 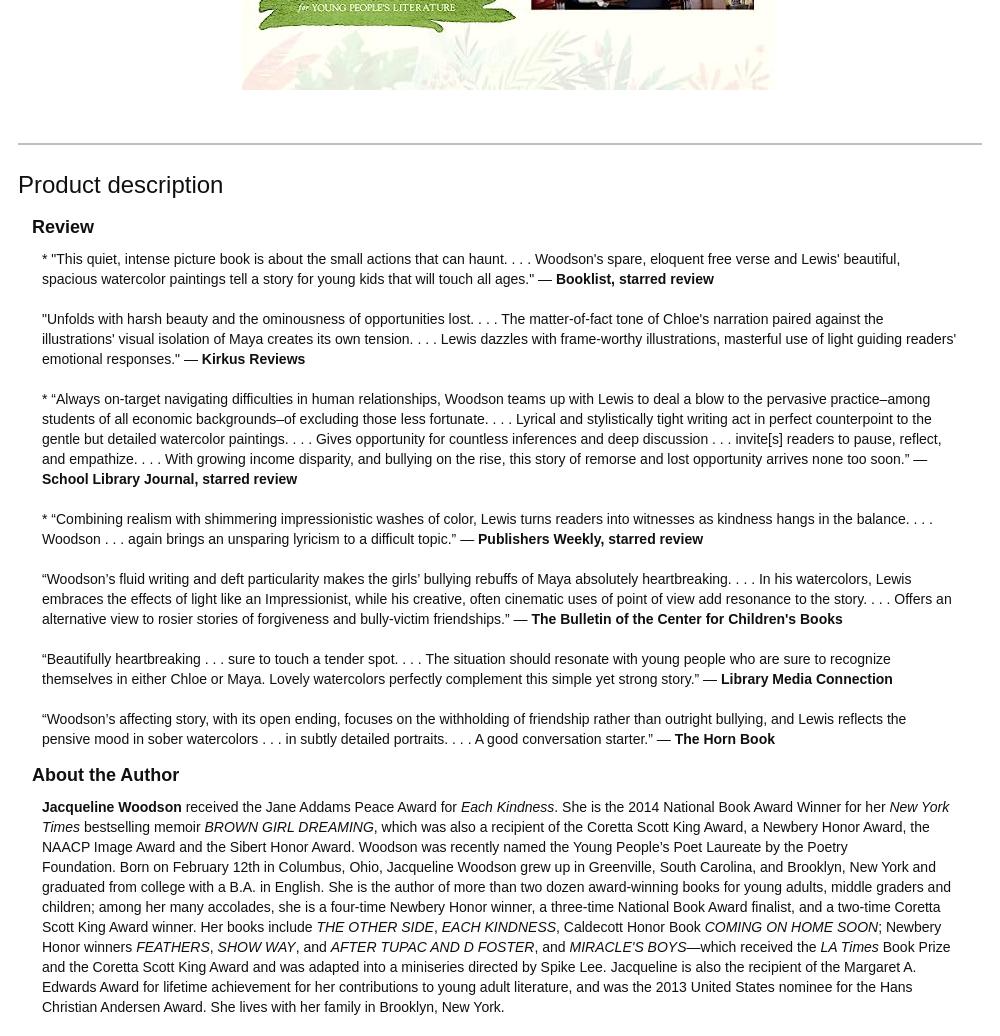 I want to click on '* “Combining realism with shimmering impressionistic washes of color, Lewis turns readers into witnesses as kindness hangs in the balance. . . . Woodson . . . again brings an unsparing lyricism to a difficult topic.” —', so click(x=486, y=528).